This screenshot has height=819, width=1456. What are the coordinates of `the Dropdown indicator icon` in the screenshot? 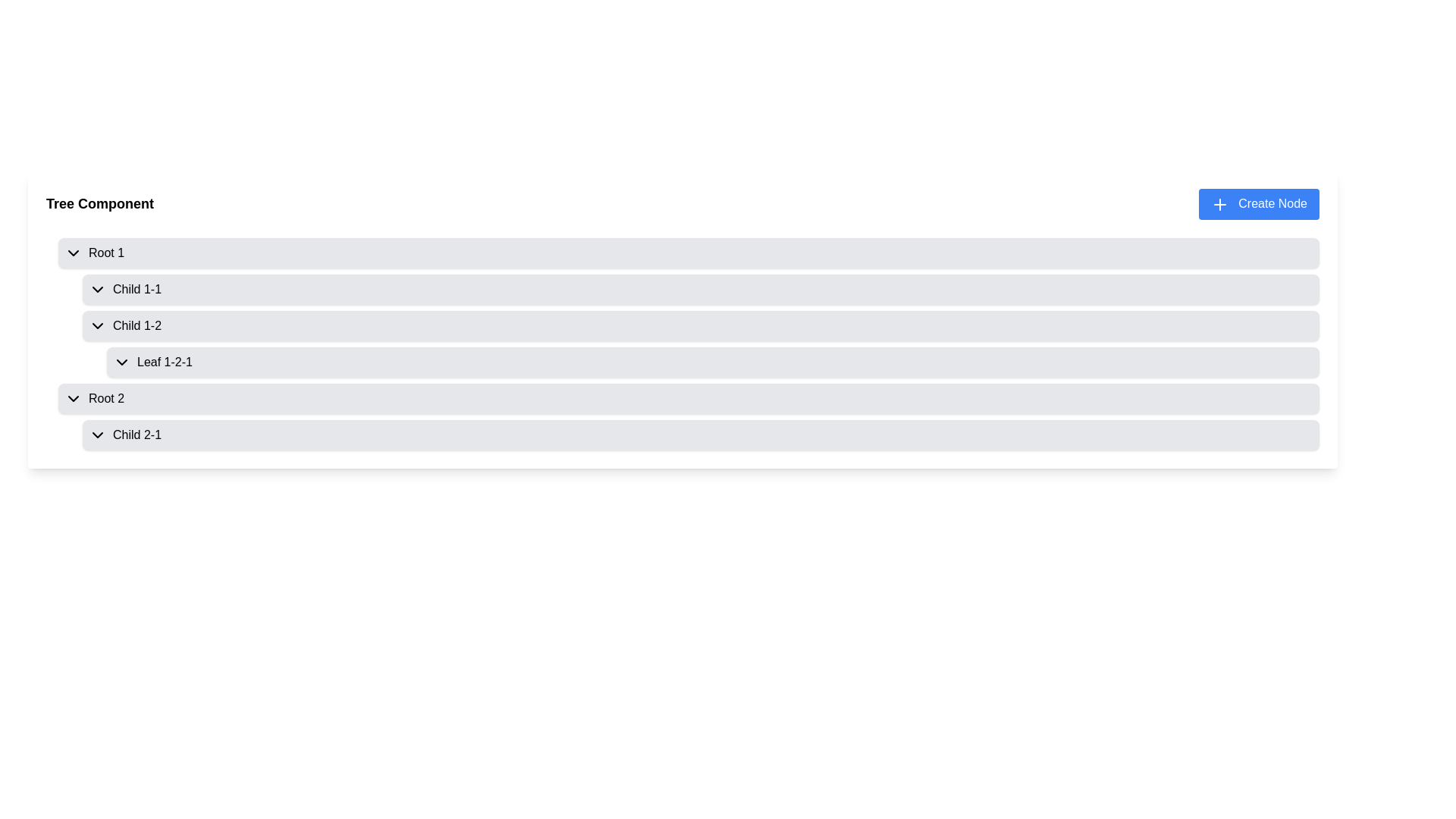 It's located at (72, 397).